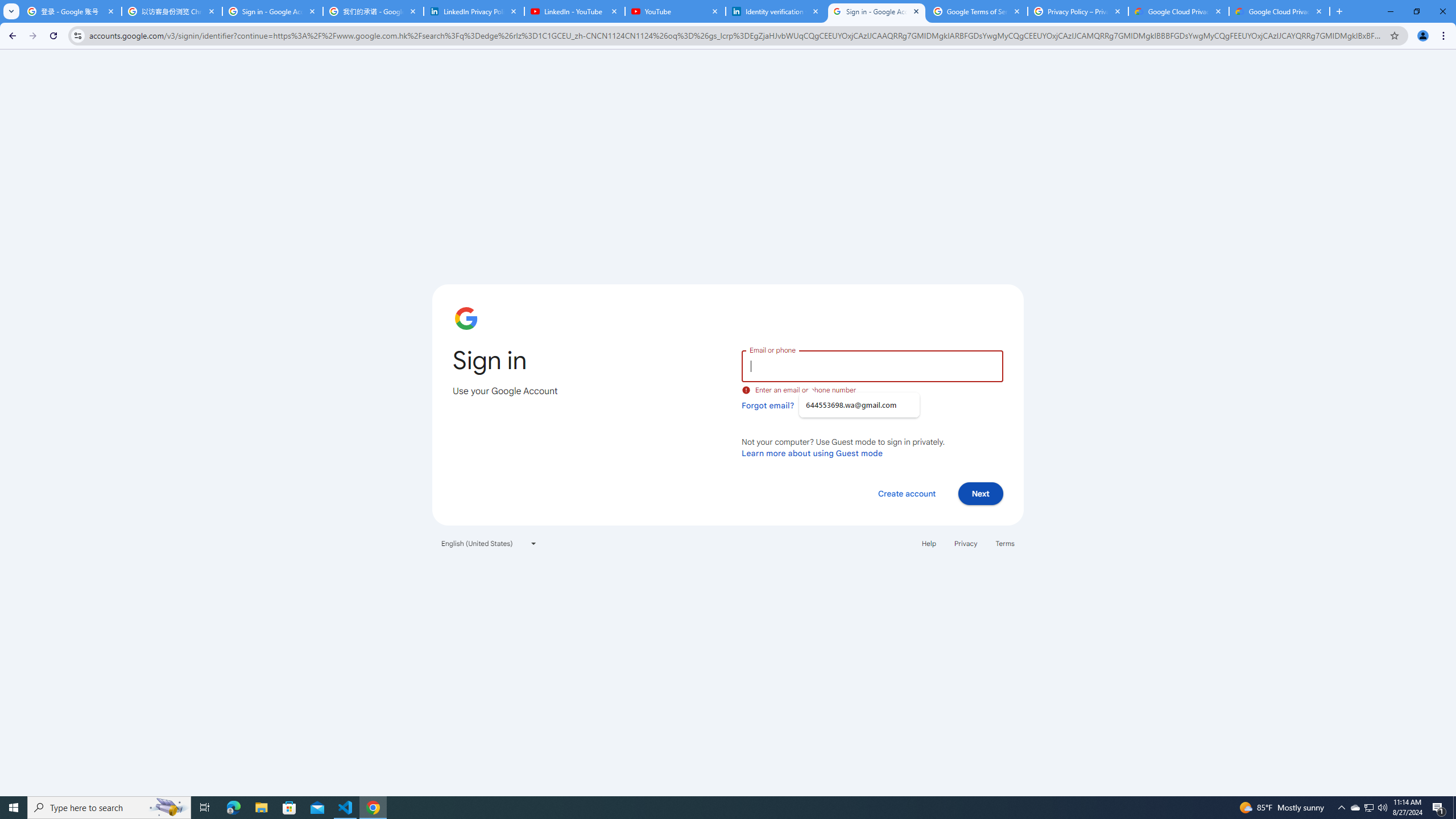 This screenshot has width=1456, height=819. I want to click on 'LinkedIn - YouTube', so click(574, 11).